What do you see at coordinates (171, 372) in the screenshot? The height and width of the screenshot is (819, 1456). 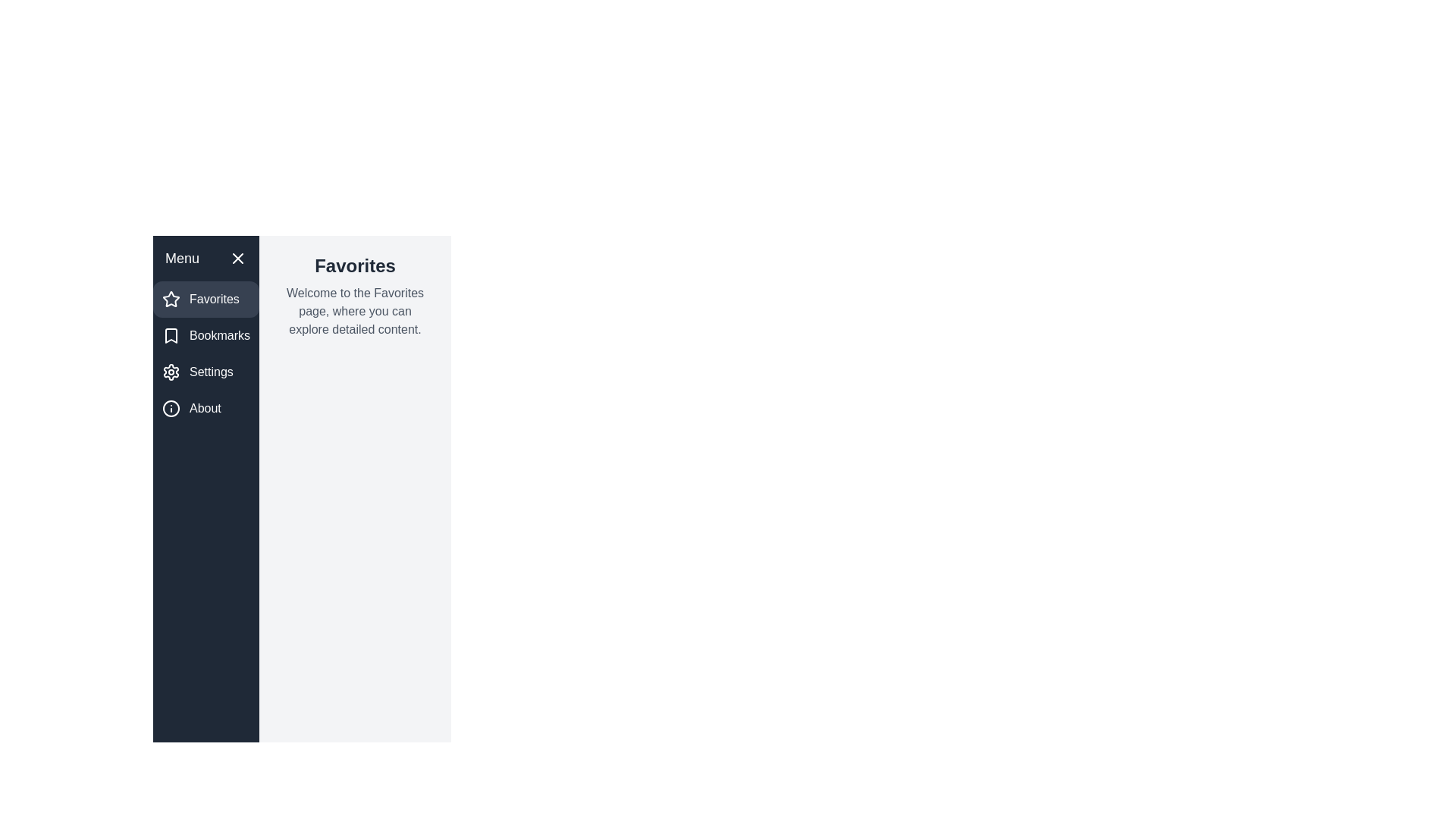 I see `on the gear settings icon, which is the third item in the vertical navigation menu, located below the 'Bookmarks' icon and above the 'About' icon` at bounding box center [171, 372].